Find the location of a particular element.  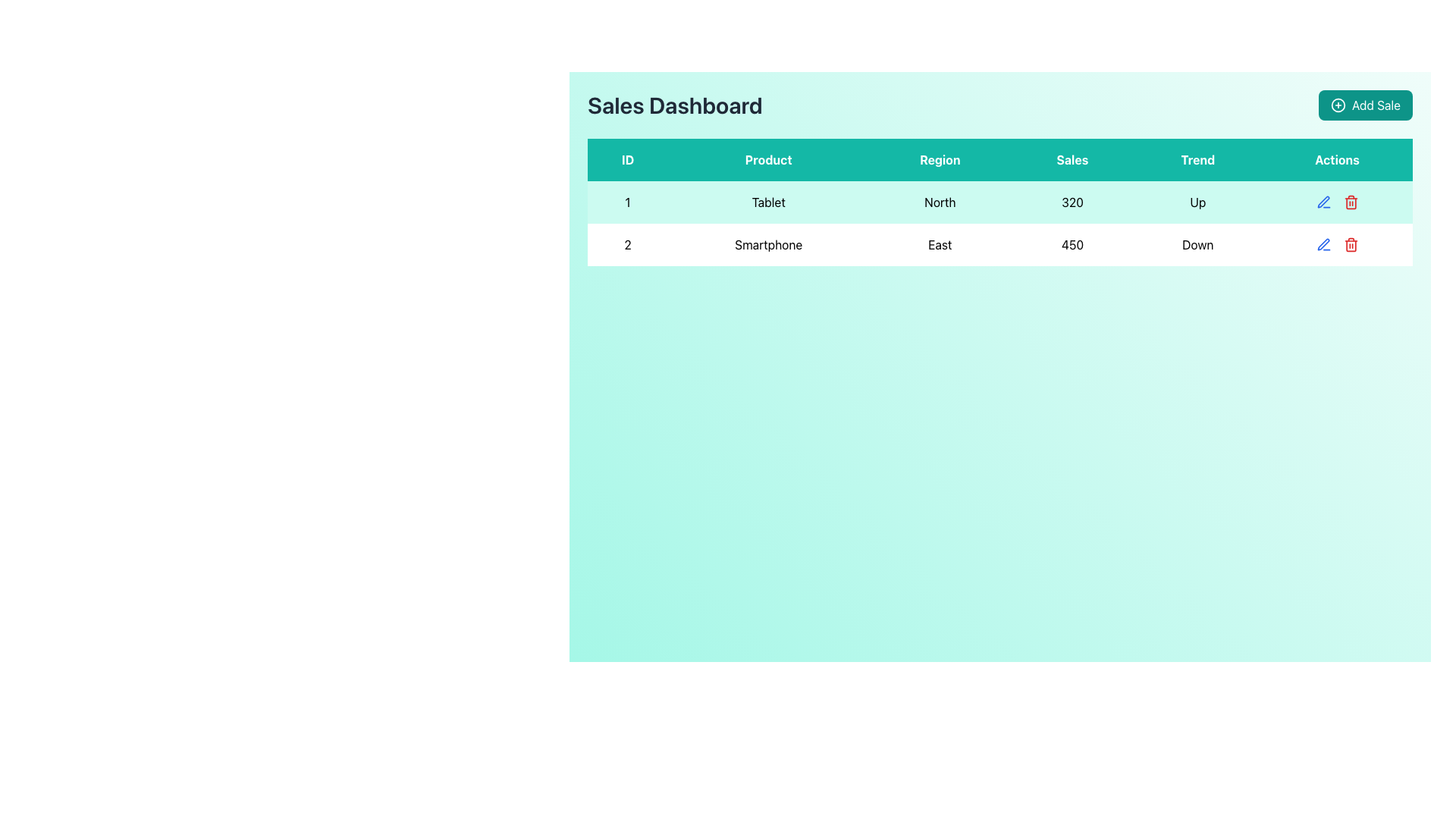

the third column header in the table, which labels the regional data and is positioned between 'Product' and 'Sales' is located at coordinates (939, 160).